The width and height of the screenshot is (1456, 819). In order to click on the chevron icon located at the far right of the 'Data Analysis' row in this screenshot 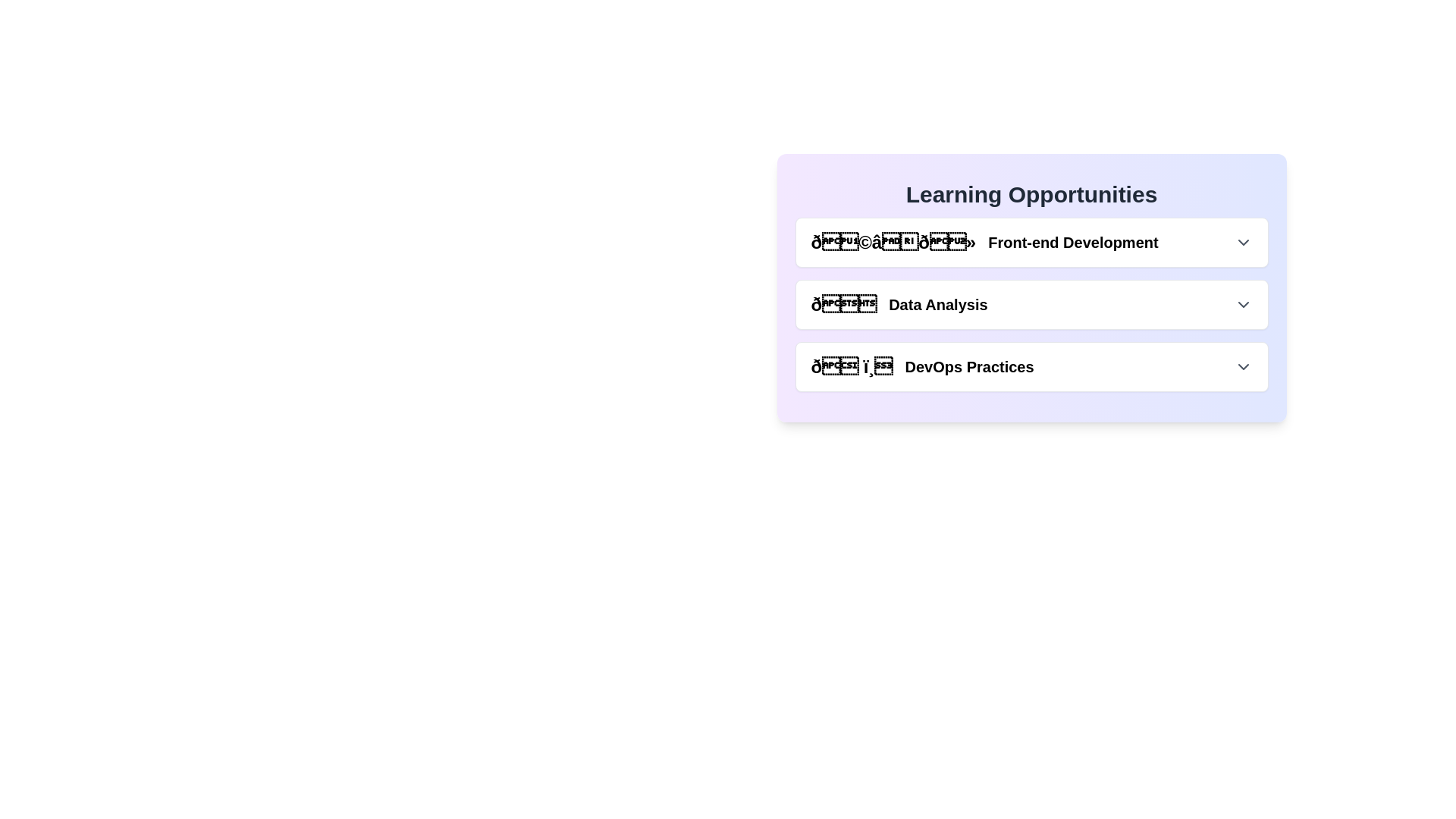, I will do `click(1243, 304)`.